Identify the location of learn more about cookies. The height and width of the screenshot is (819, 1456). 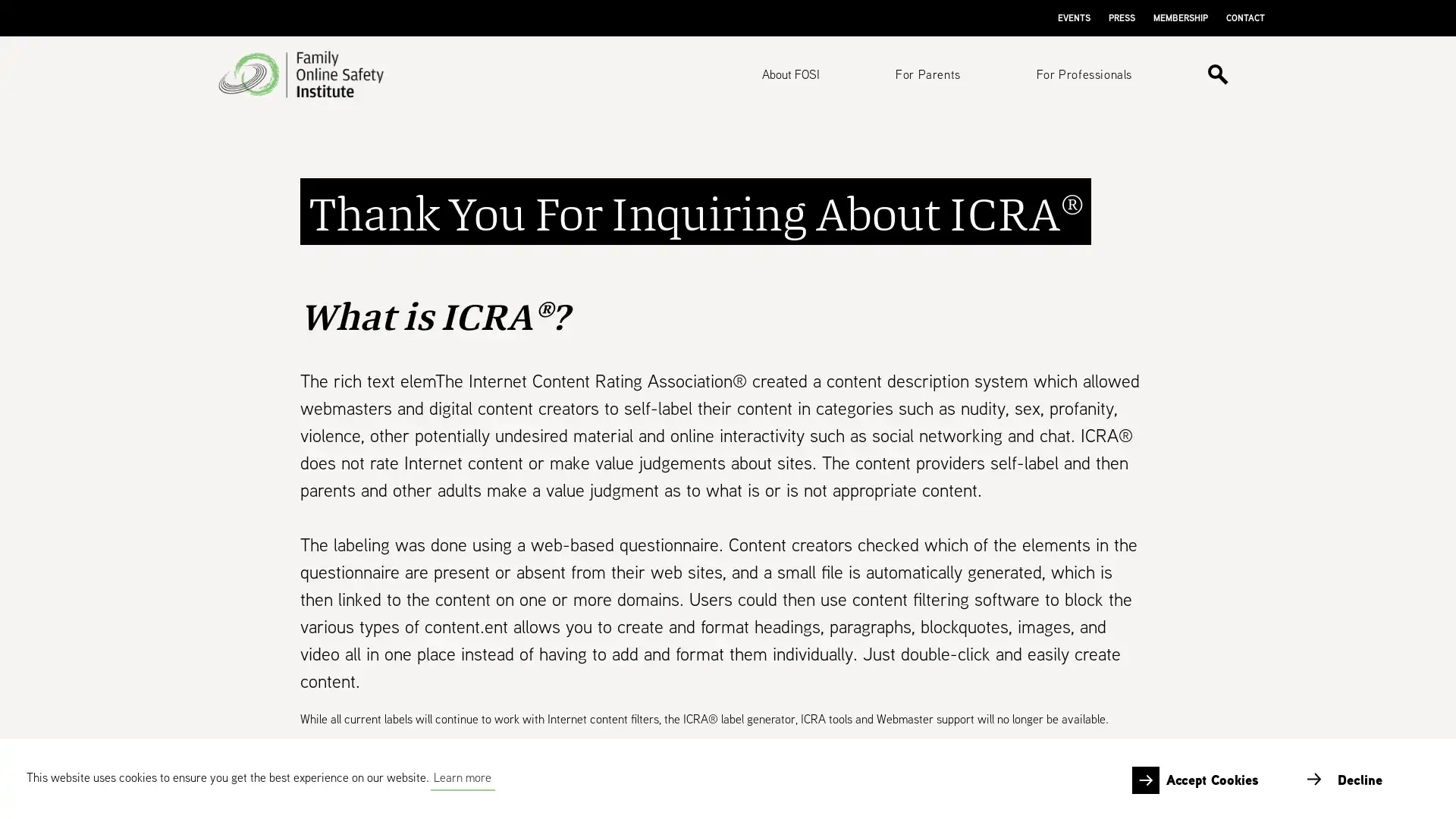
(462, 778).